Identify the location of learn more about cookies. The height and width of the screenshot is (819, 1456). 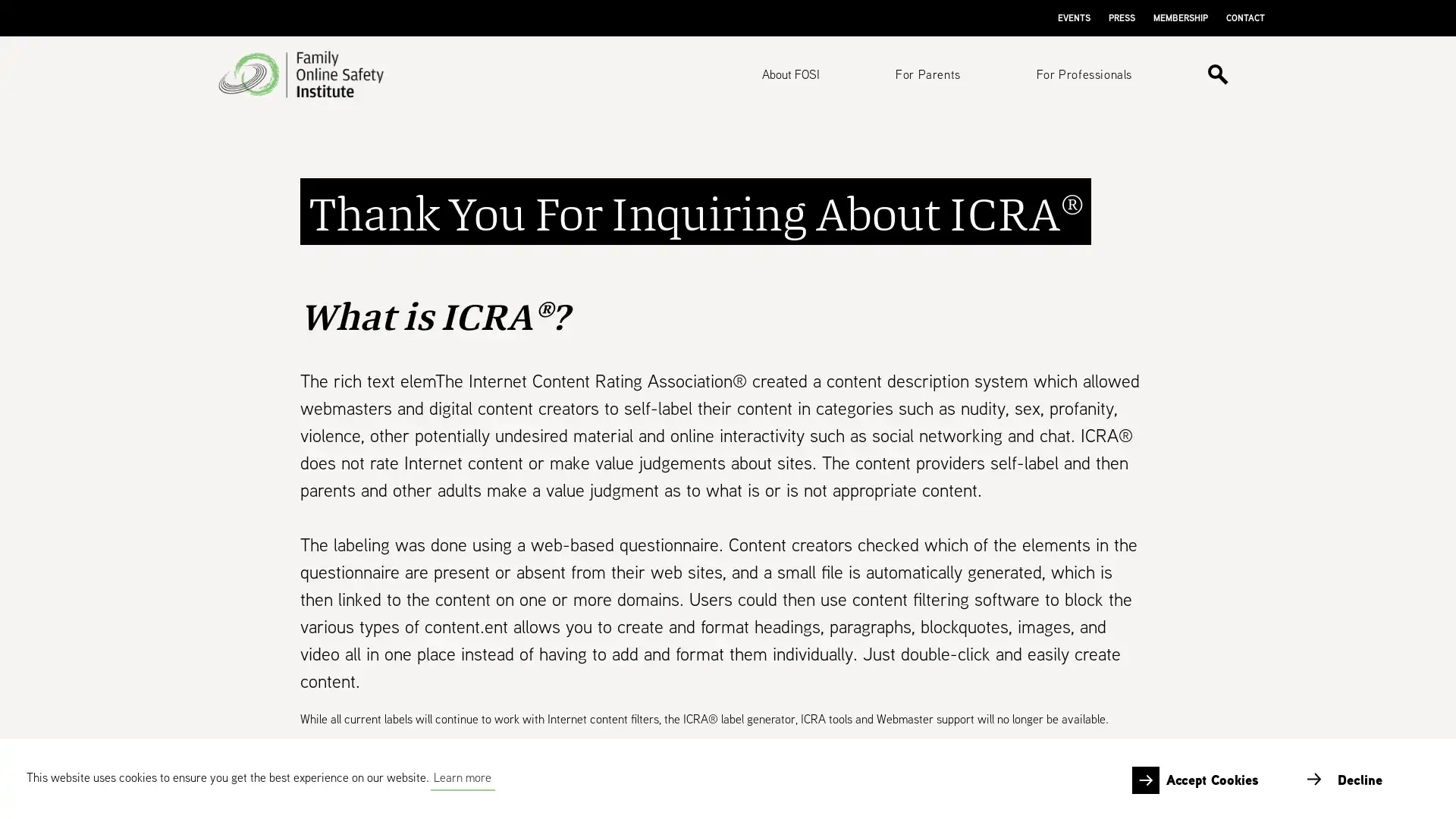
(462, 778).